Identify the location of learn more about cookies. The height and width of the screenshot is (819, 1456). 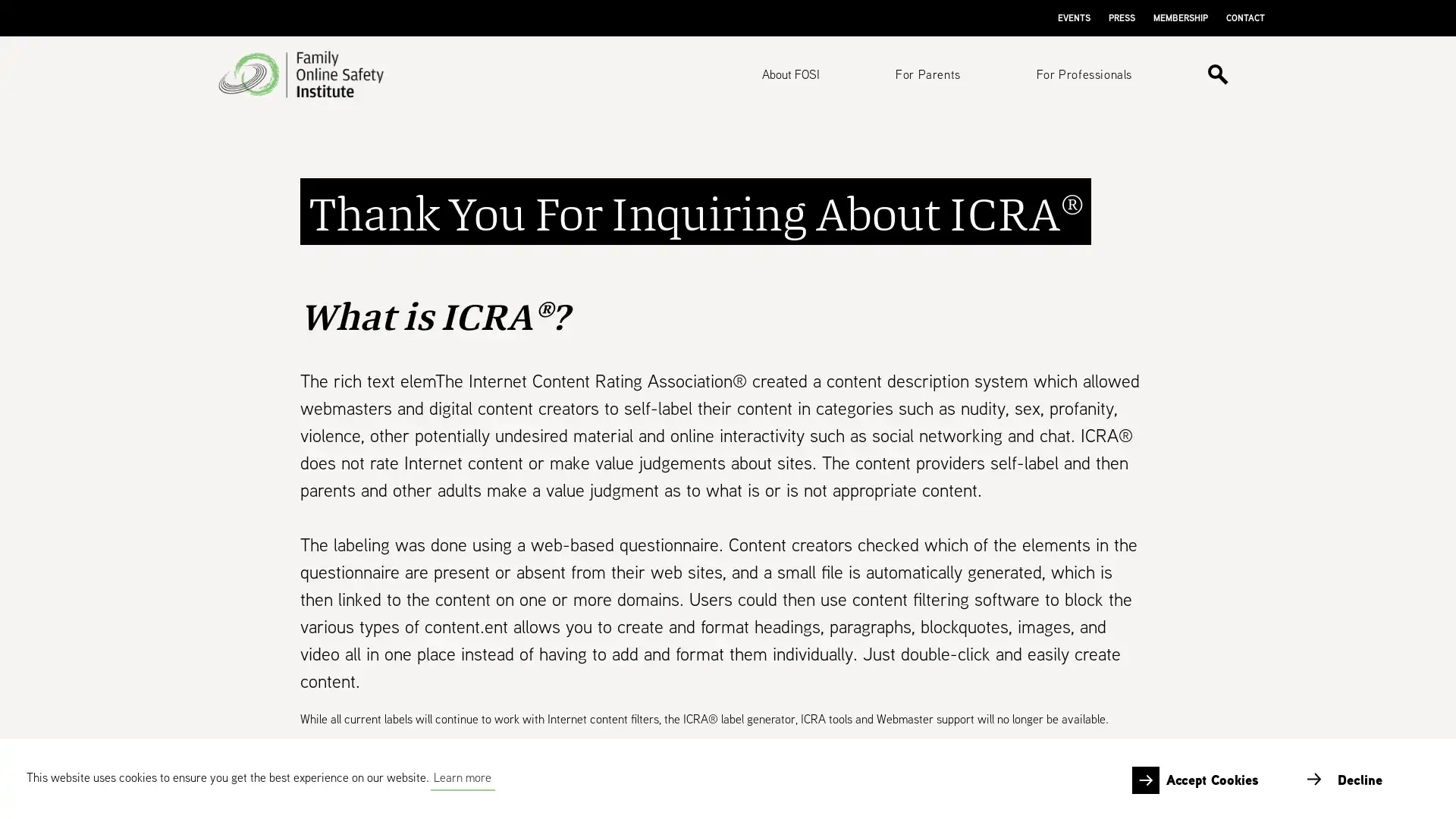
(462, 778).